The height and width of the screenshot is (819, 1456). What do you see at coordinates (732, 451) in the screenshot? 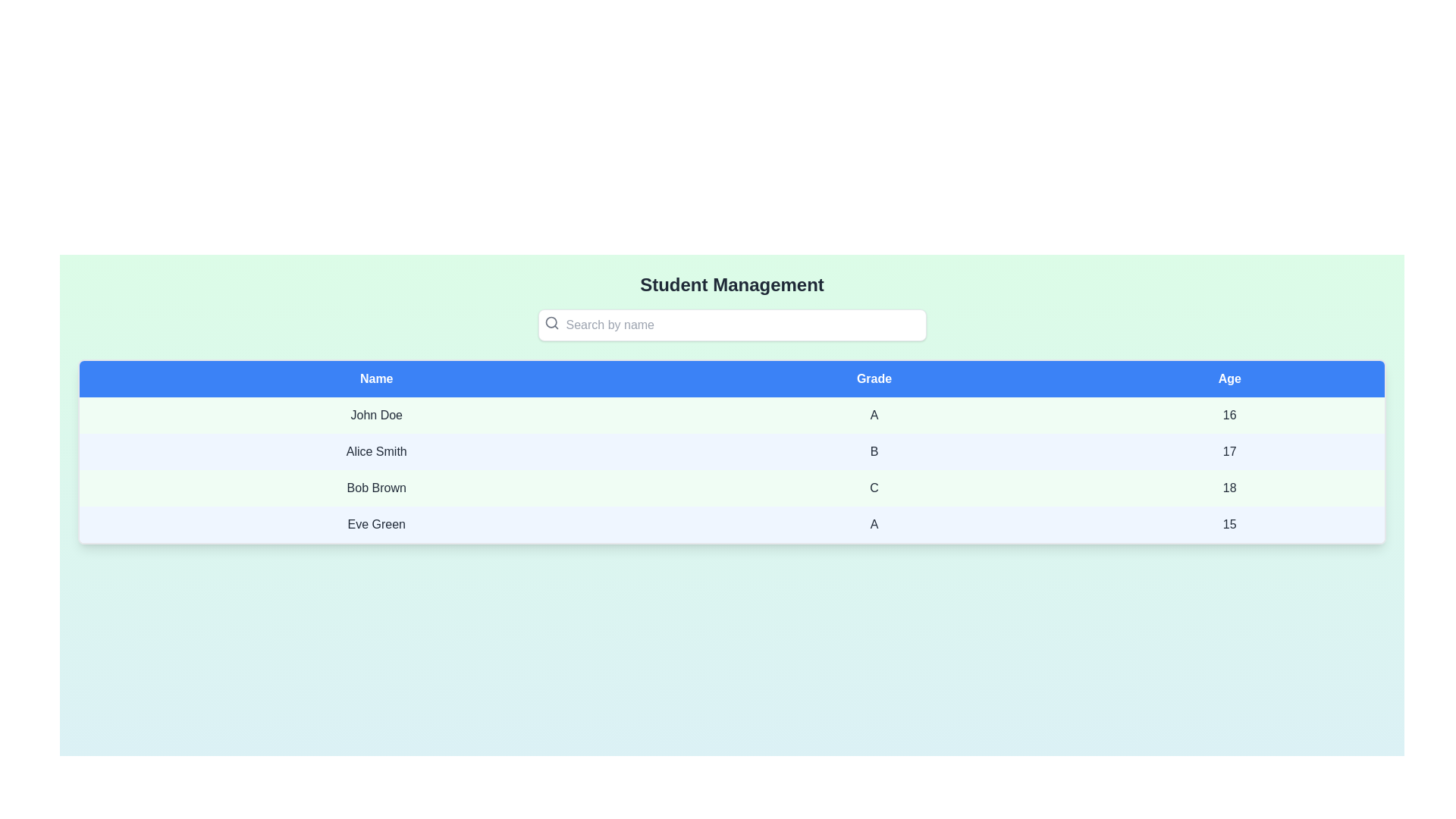
I see `the second row in the data table, which contains 'Alice Smith', grade 'B', and age '17'` at bounding box center [732, 451].